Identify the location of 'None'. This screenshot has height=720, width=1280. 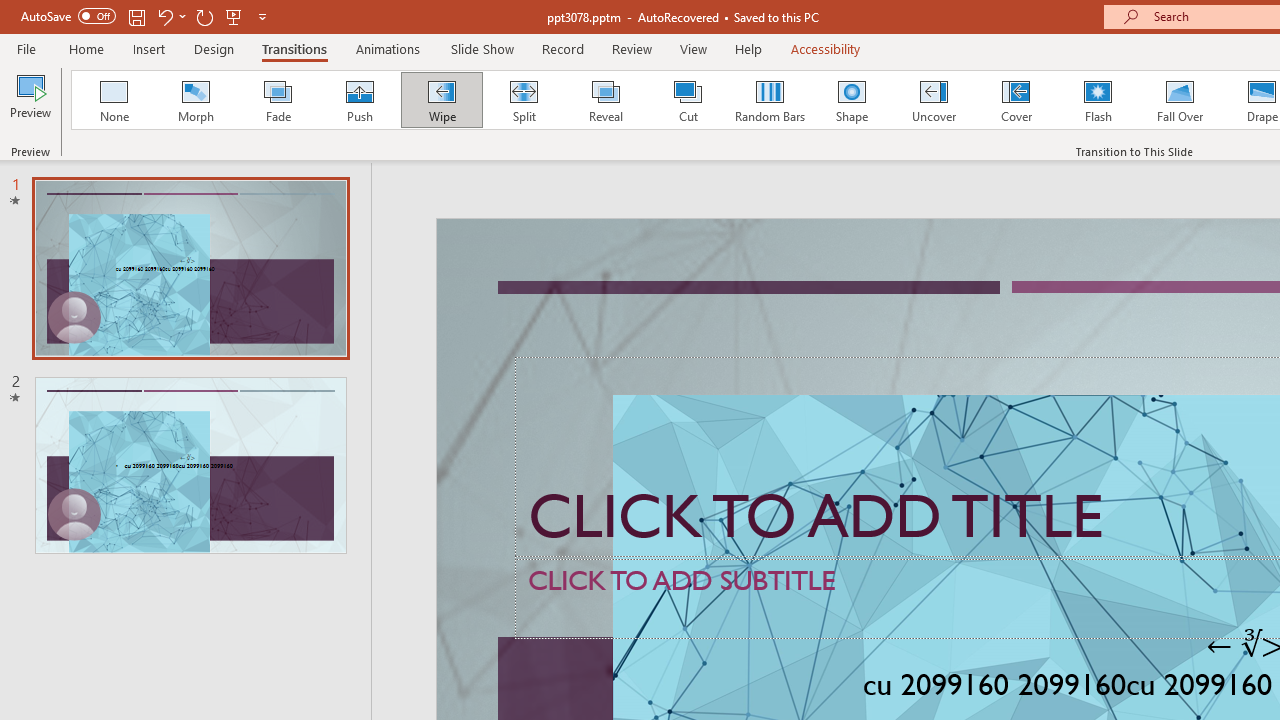
(112, 100).